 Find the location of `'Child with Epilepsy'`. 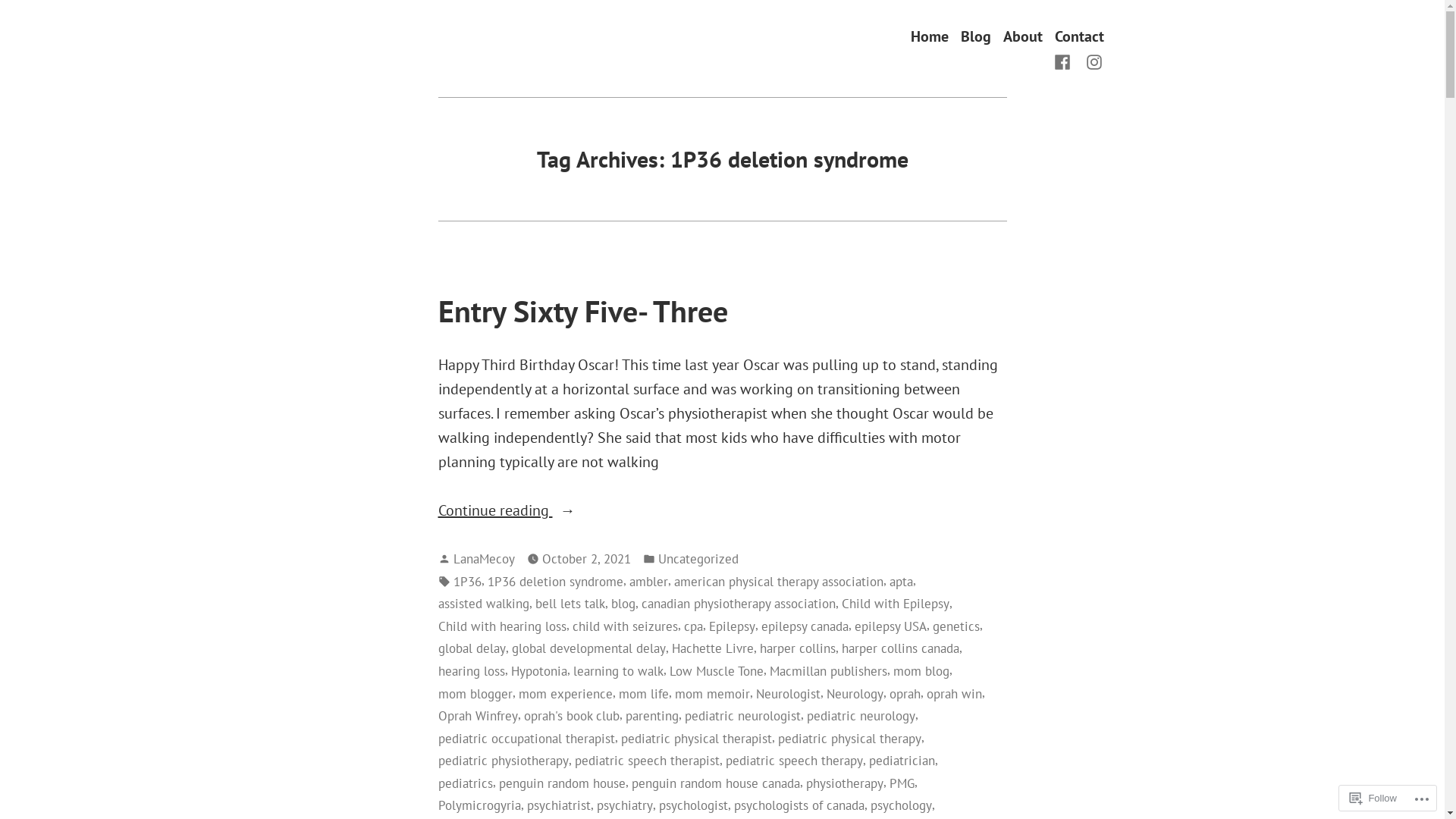

'Child with Epilepsy' is located at coordinates (840, 602).